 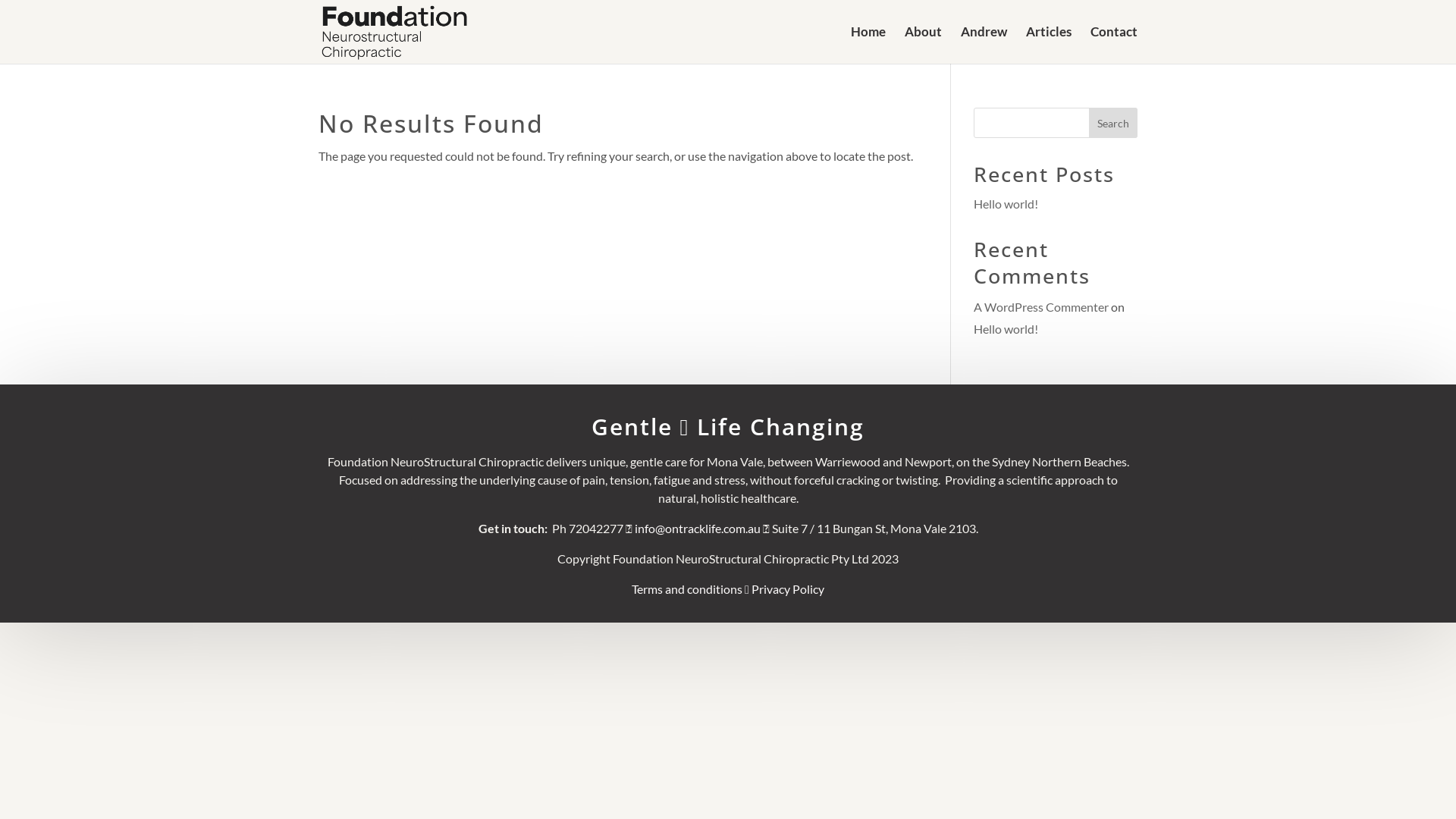 What do you see at coordinates (1047, 44) in the screenshot?
I see `'Articles'` at bounding box center [1047, 44].